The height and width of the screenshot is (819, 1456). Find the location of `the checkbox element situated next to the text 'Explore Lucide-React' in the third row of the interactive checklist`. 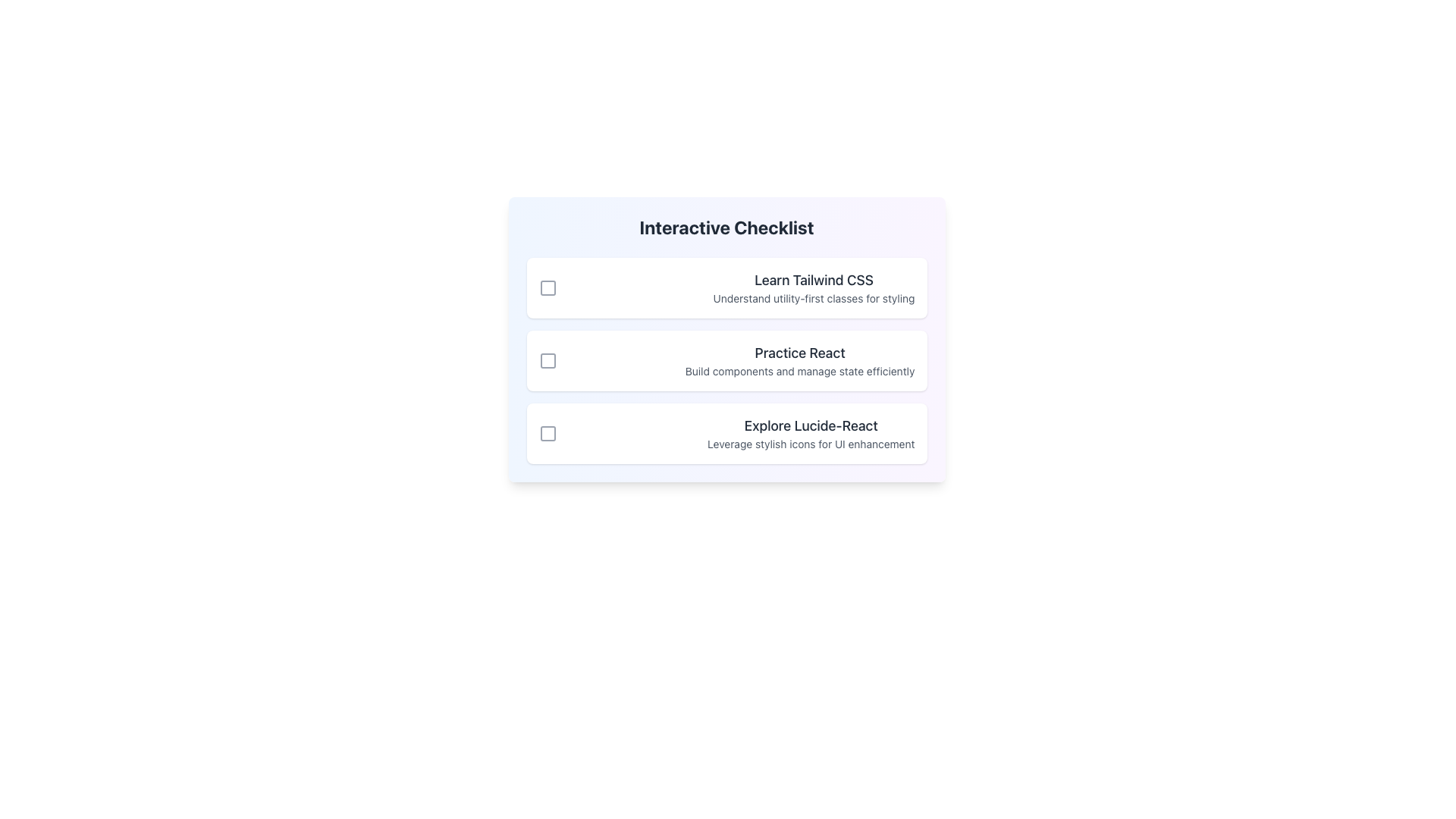

the checkbox element situated next to the text 'Explore Lucide-React' in the third row of the interactive checklist is located at coordinates (547, 433).